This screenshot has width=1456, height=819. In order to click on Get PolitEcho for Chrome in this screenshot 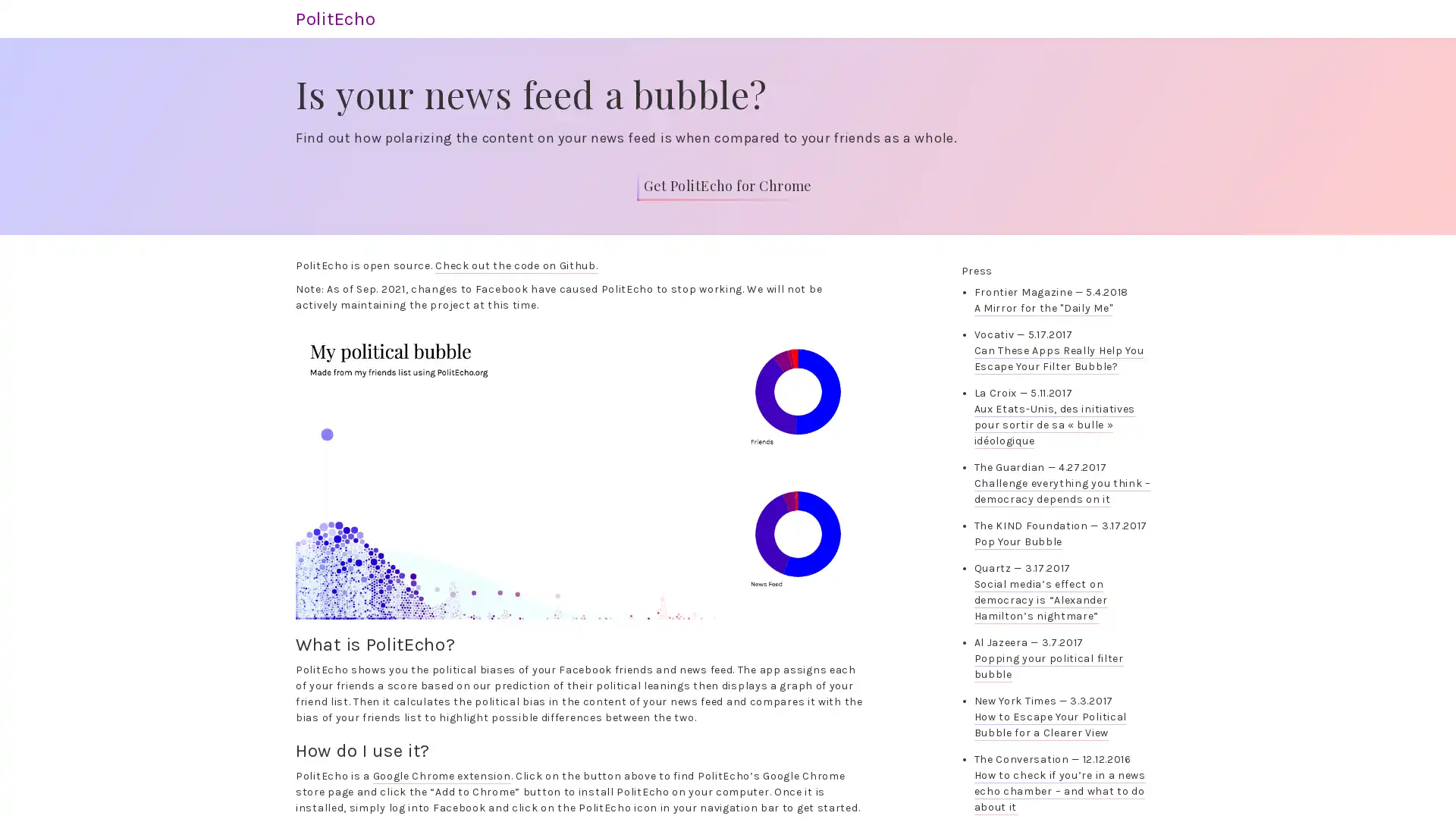, I will do `click(726, 184)`.